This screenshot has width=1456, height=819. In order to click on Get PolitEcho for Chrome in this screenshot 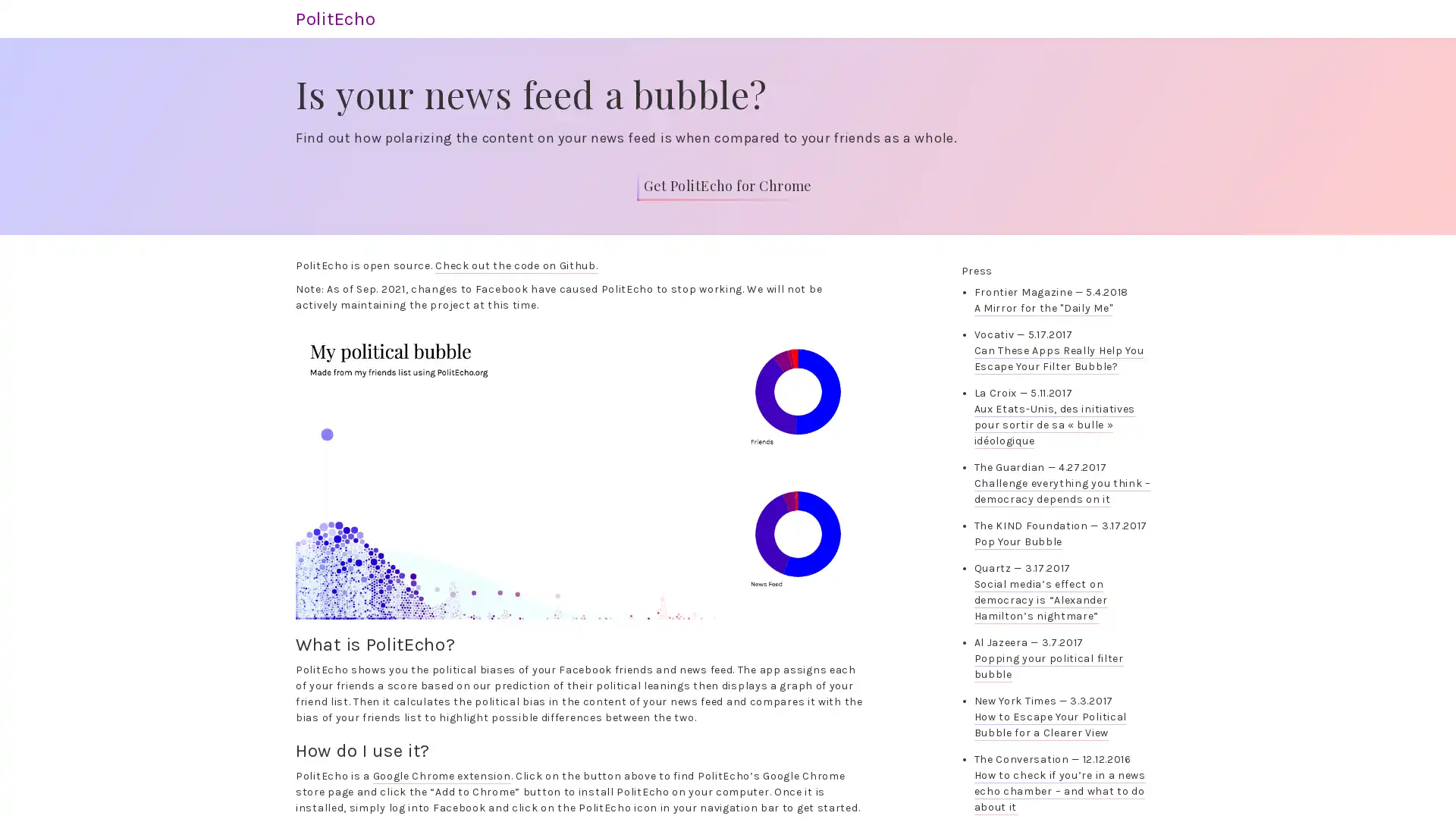, I will do `click(726, 184)`.